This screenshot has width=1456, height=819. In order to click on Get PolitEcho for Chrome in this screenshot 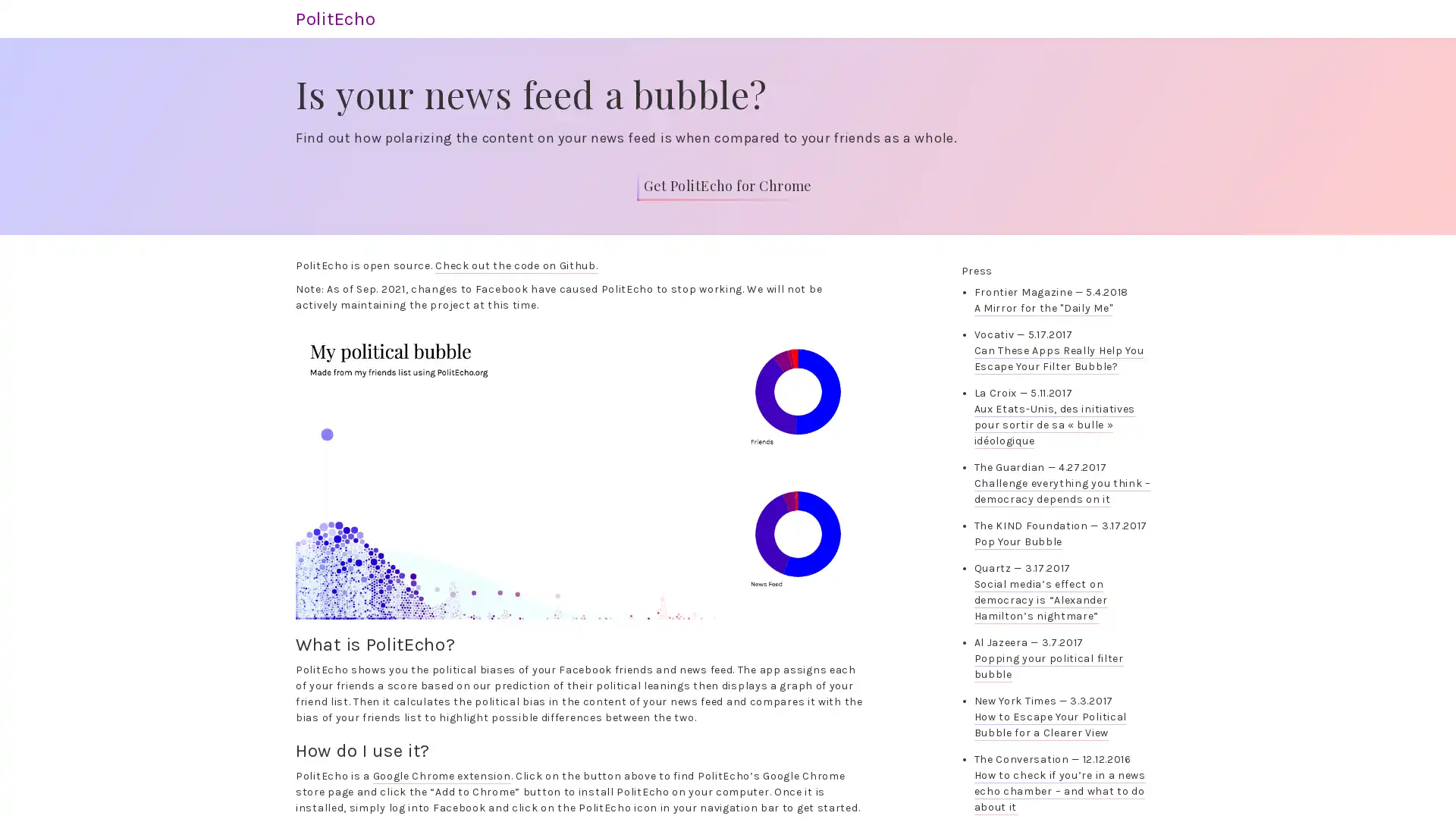, I will do `click(726, 184)`.